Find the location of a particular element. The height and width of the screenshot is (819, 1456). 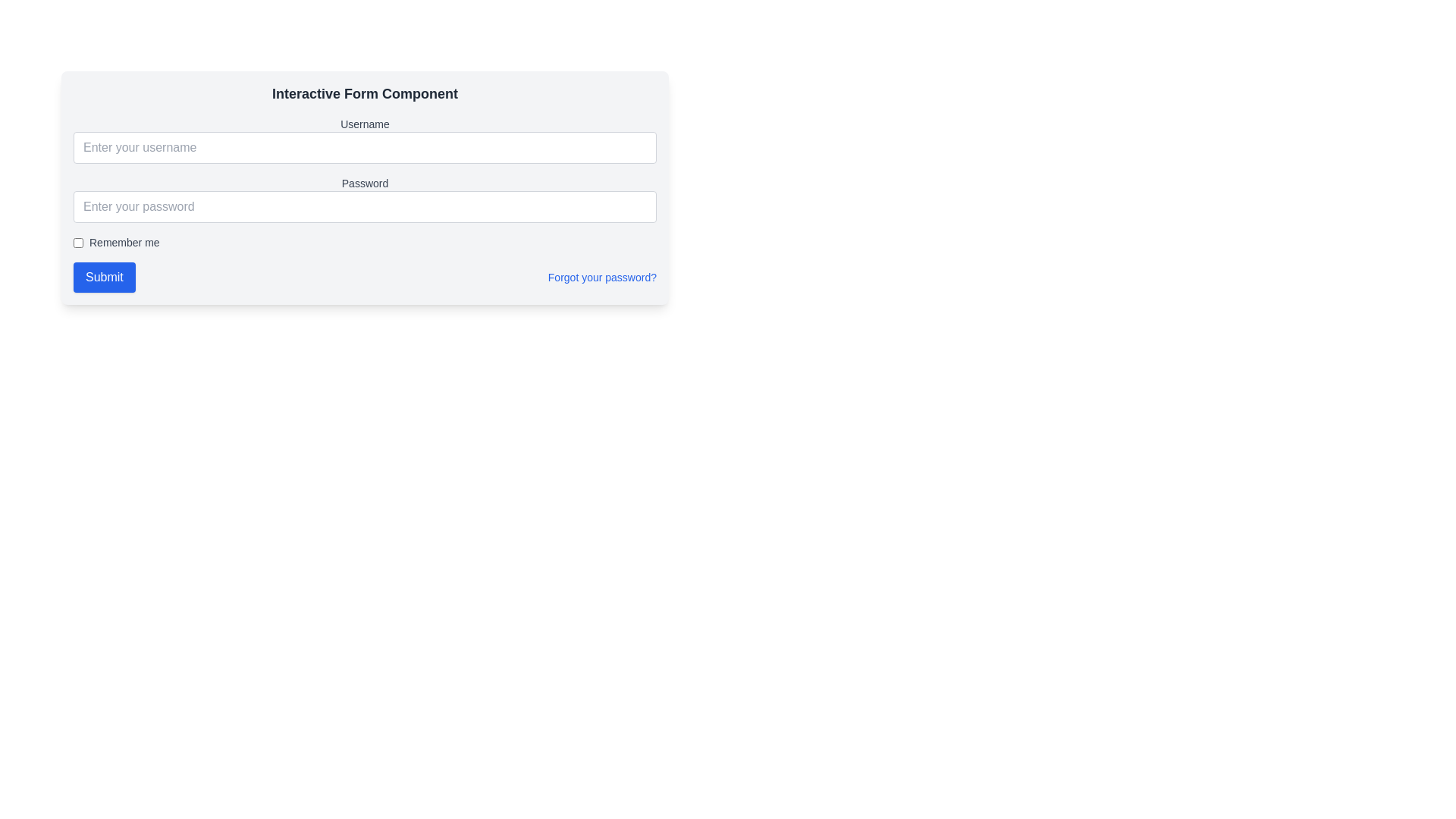

the 'Username' text label which provides guidance for the username input field located above the input box in the form layout is located at coordinates (365, 124).